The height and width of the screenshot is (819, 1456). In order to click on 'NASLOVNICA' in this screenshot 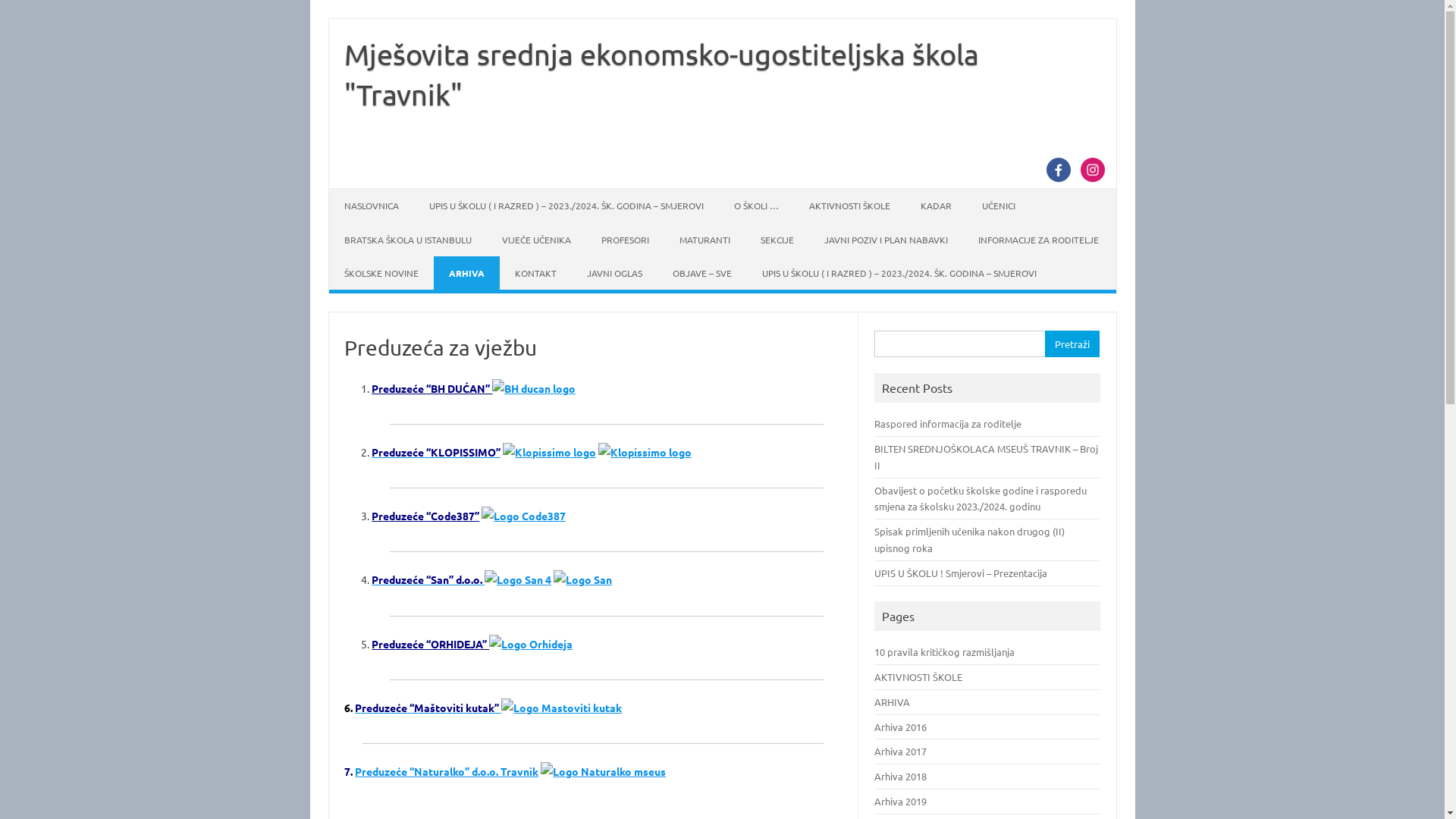, I will do `click(371, 205)`.